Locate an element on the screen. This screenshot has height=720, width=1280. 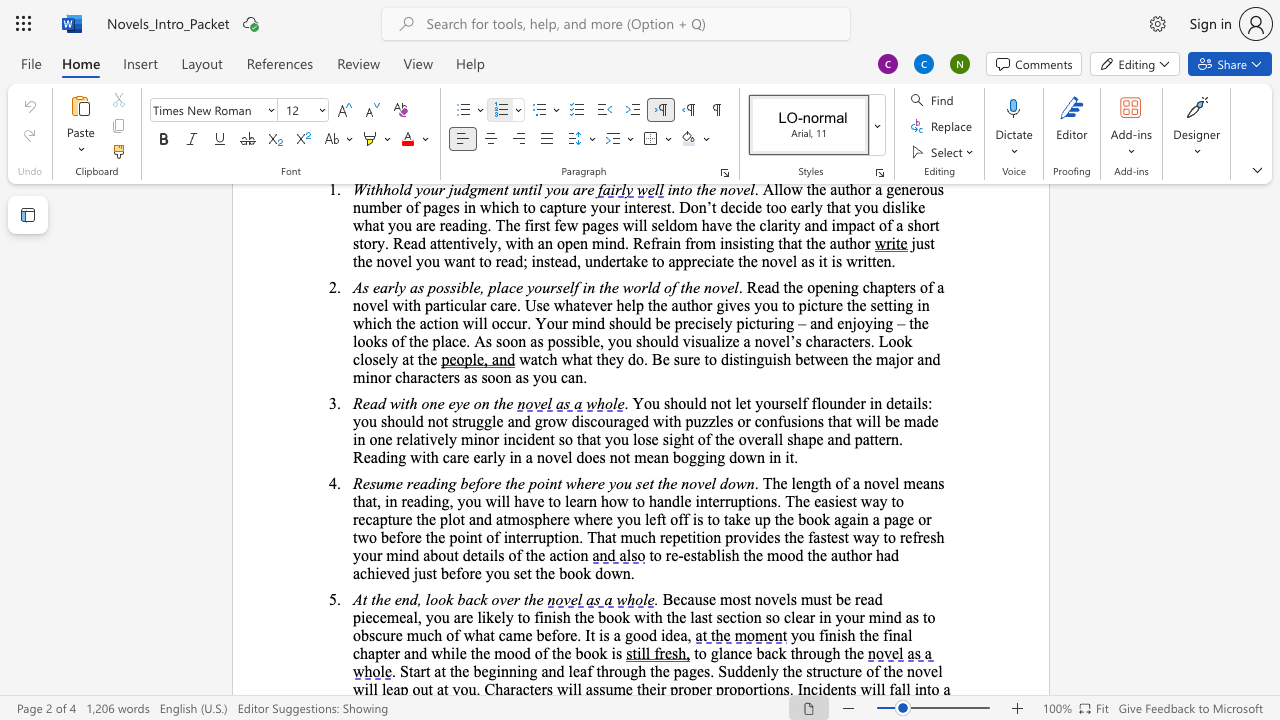
the 1th character "a" in the text is located at coordinates (816, 536).